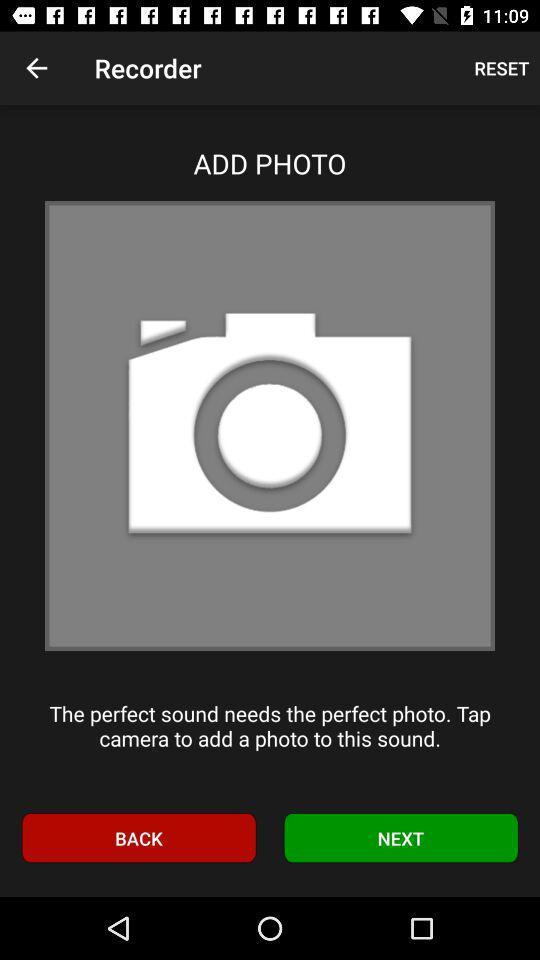  What do you see at coordinates (137, 838) in the screenshot?
I see `the item to the left of next` at bounding box center [137, 838].